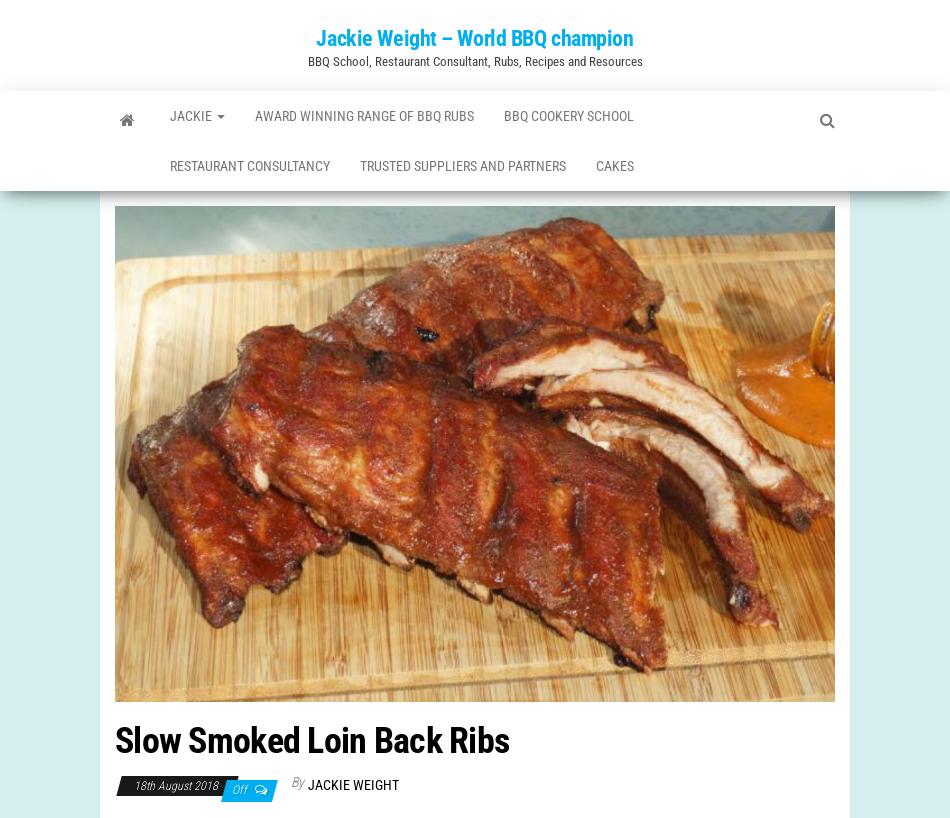 The width and height of the screenshot is (950, 818). Describe the element at coordinates (675, 178) in the screenshot. I see `'Cakes'` at that location.